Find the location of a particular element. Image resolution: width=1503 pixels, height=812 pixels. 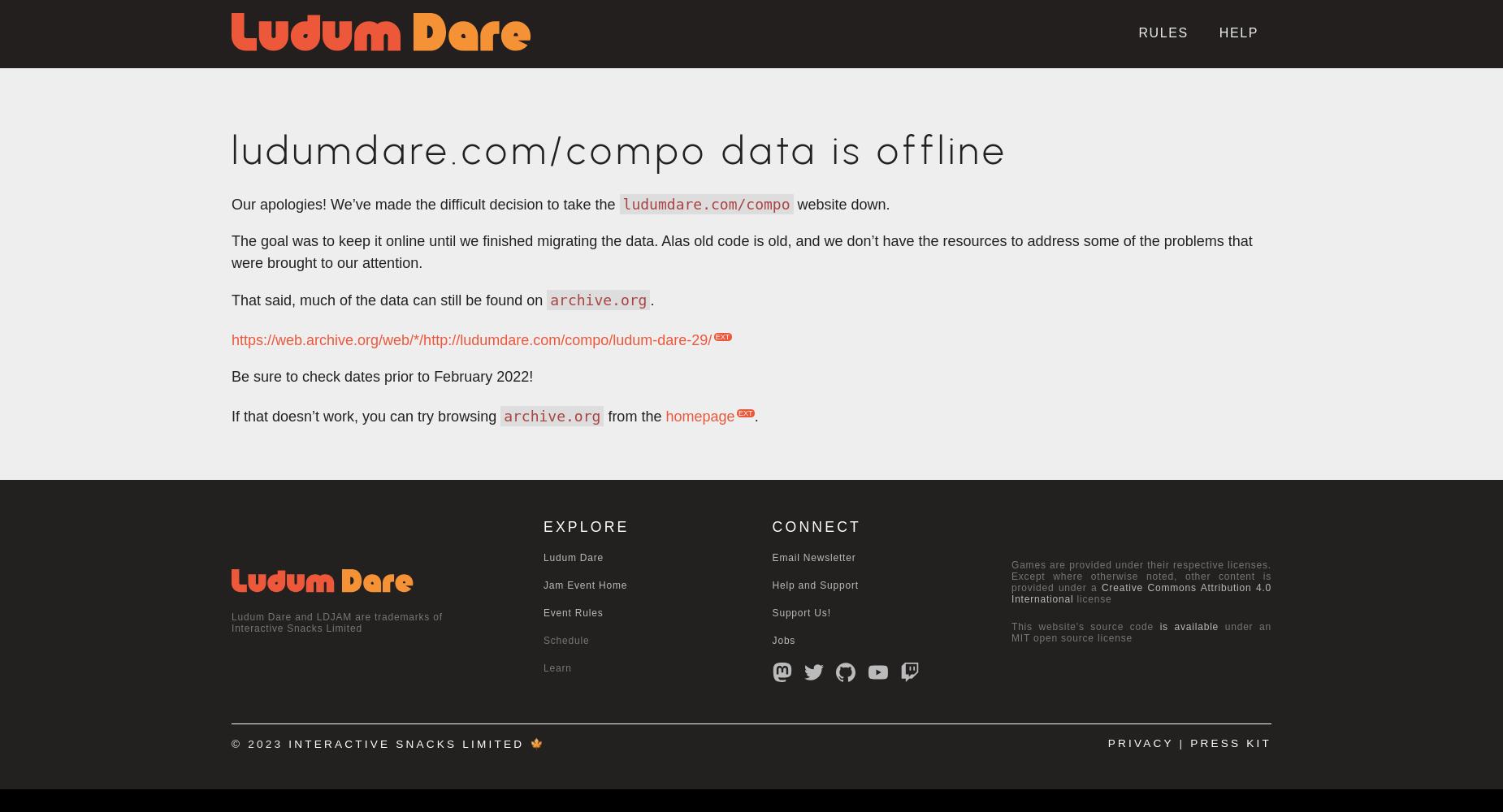

'RULES' is located at coordinates (1163, 32).